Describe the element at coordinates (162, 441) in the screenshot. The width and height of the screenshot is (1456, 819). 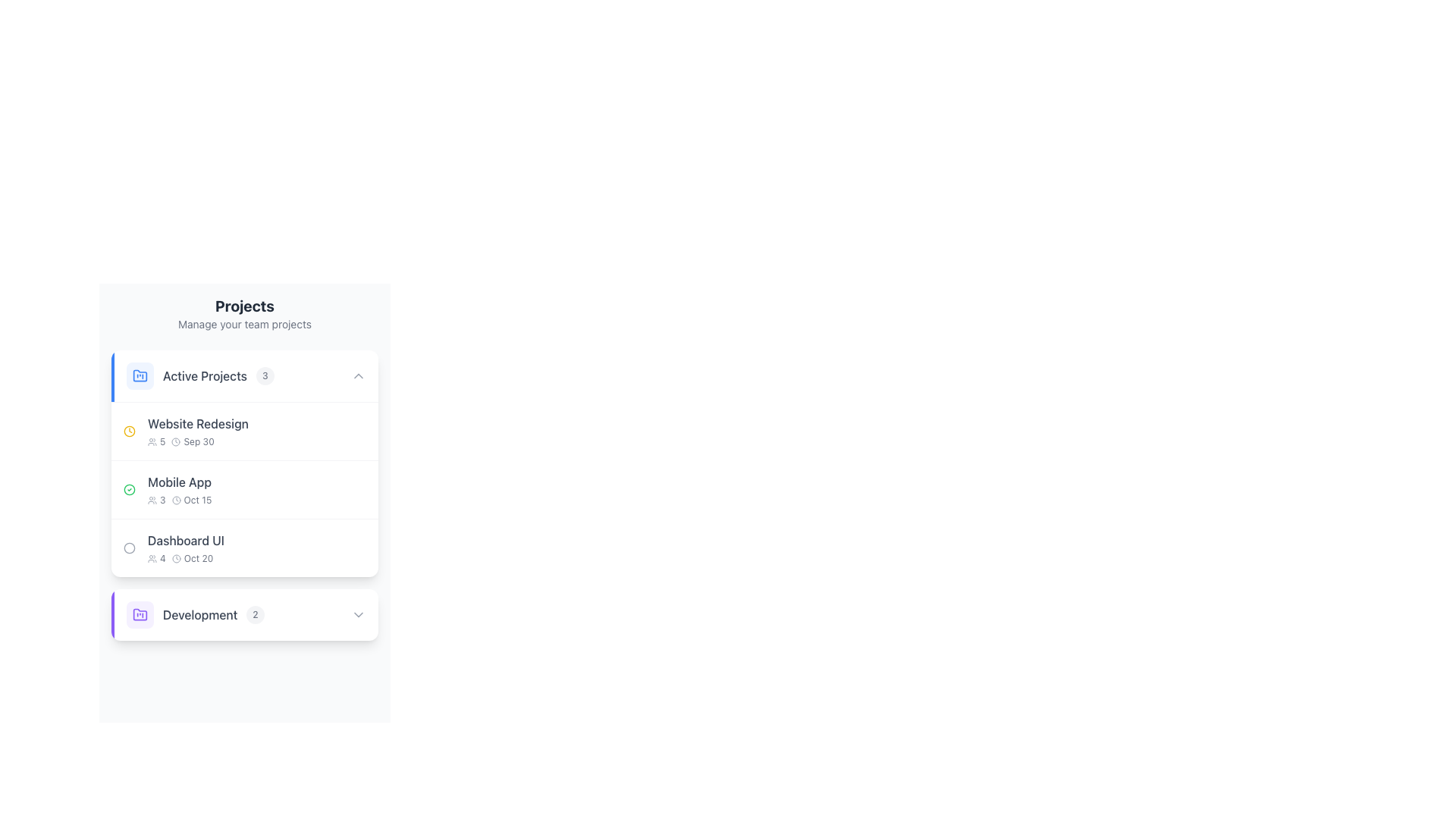
I see `the Text element that displays the user count information, positioned next to the user count icon` at that location.